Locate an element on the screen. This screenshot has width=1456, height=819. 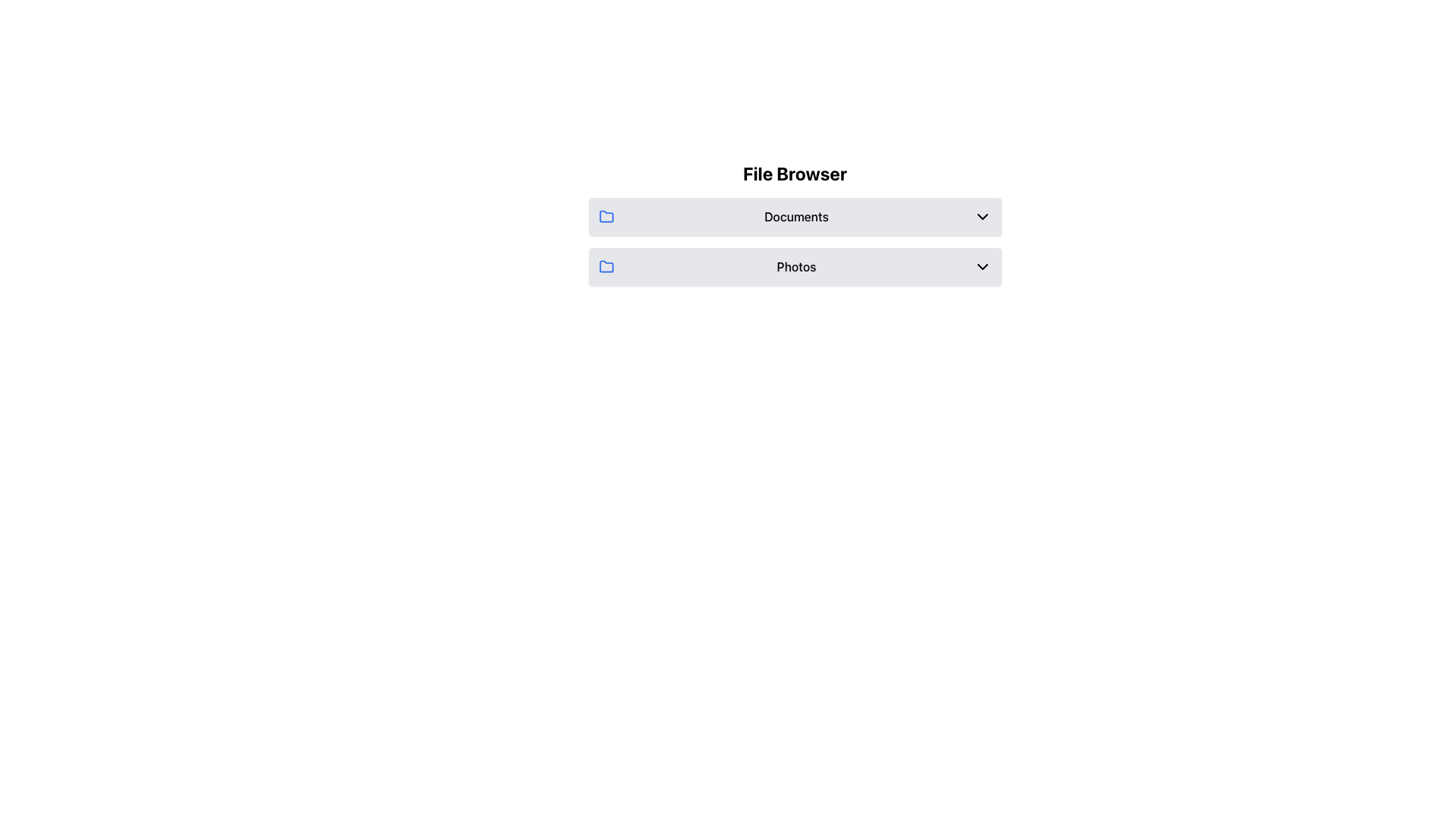
the downward-facing chevron icon located to the right of the 'Photos' section is located at coordinates (982, 265).